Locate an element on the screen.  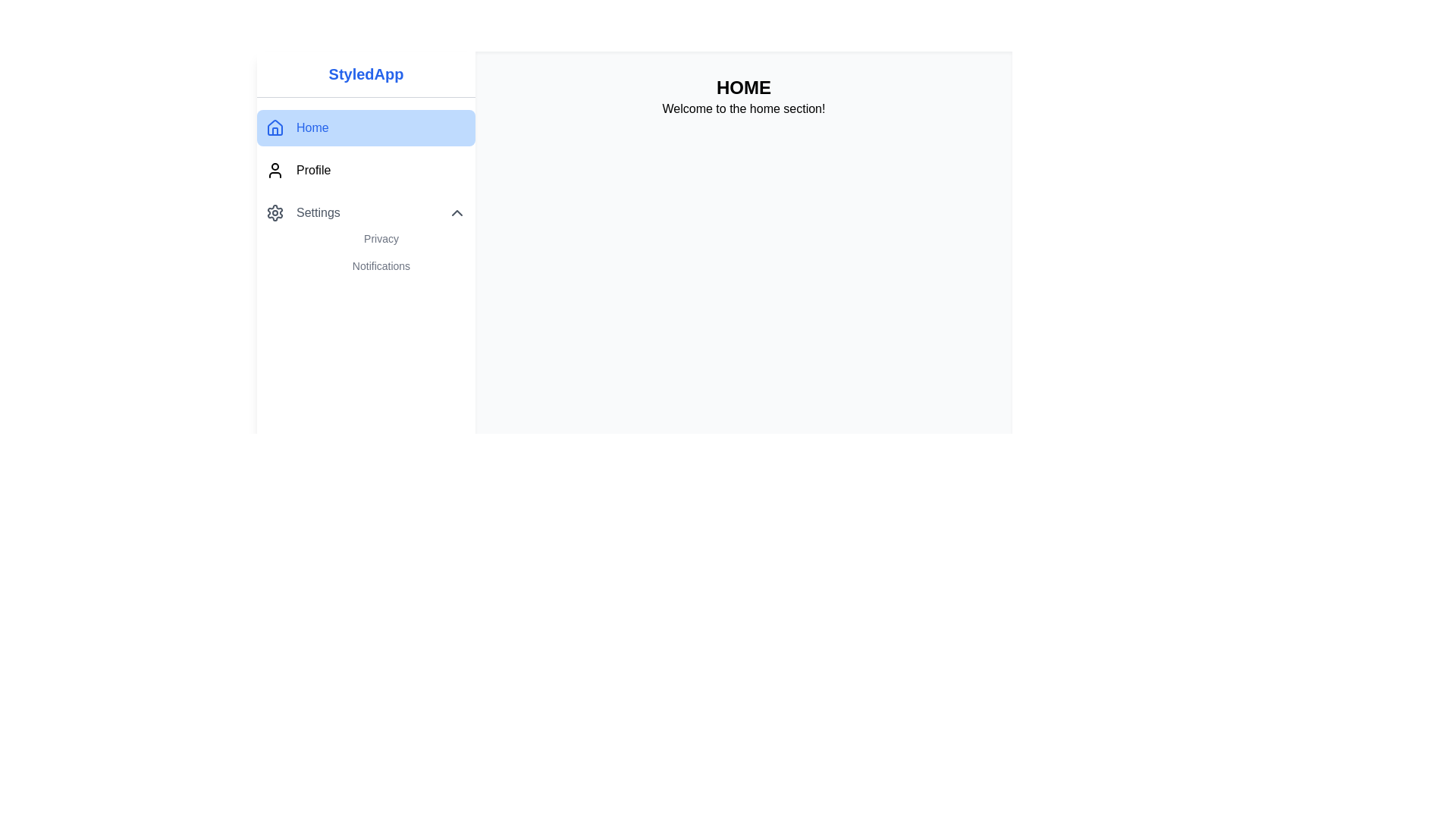
the small gear icon located adjacent to the 'Settings' label in the vertical menu bar, positioned before the text 'Settings' is located at coordinates (275, 213).